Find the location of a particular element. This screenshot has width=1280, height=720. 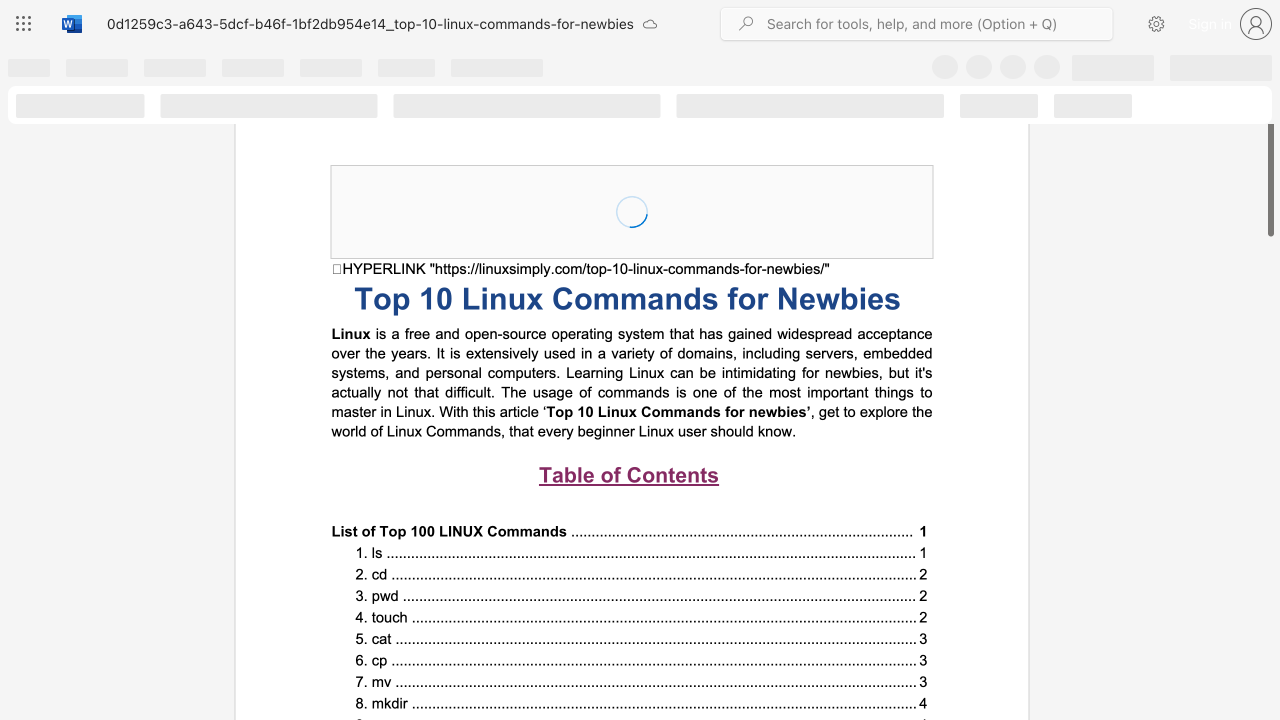

the scrollbar to move the page down is located at coordinates (1269, 608).